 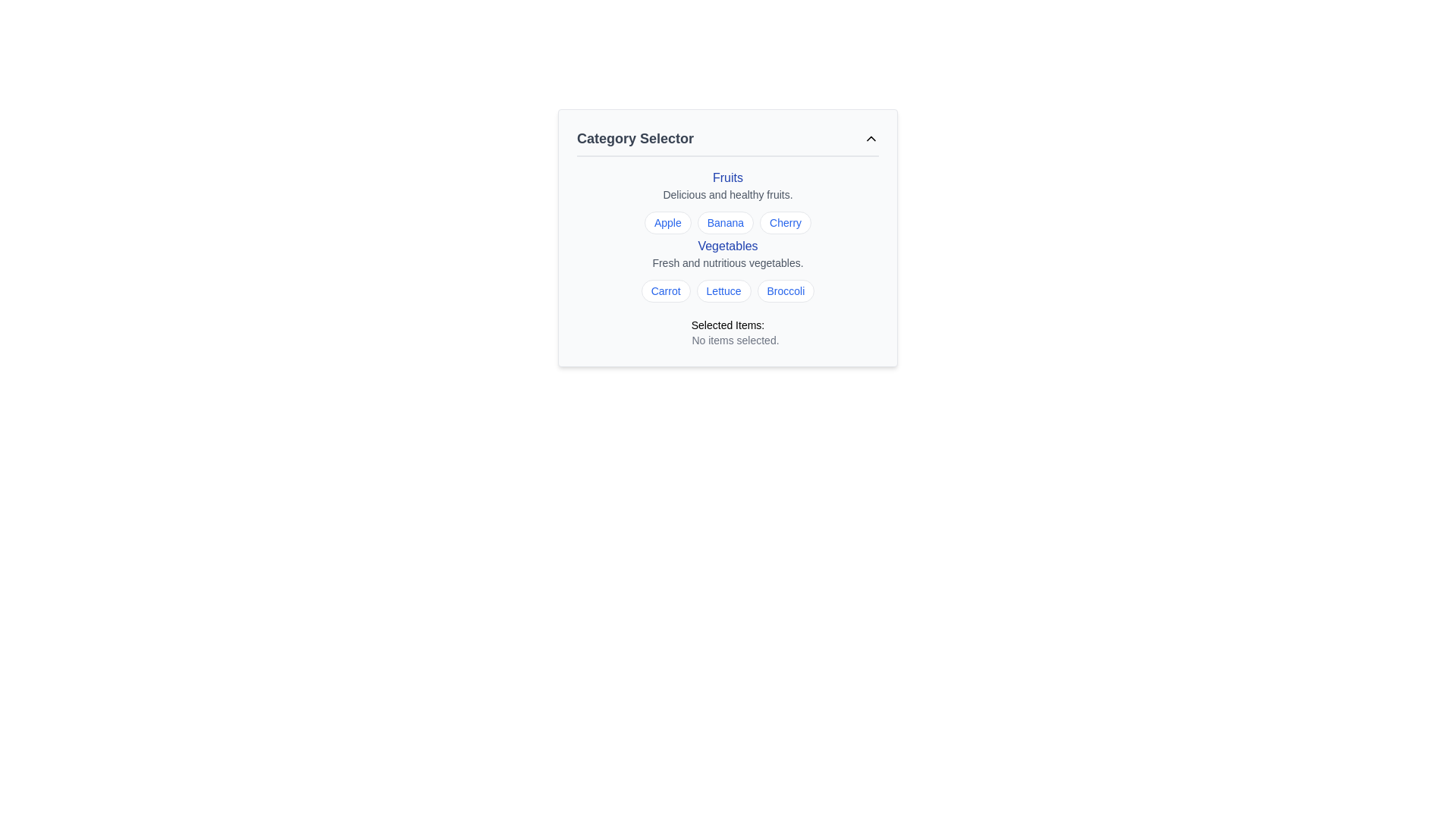 I want to click on the Text Label that categorizes the section dedicated to vegetables, which is prominently positioned at the top of the vegetable section, so click(x=728, y=245).